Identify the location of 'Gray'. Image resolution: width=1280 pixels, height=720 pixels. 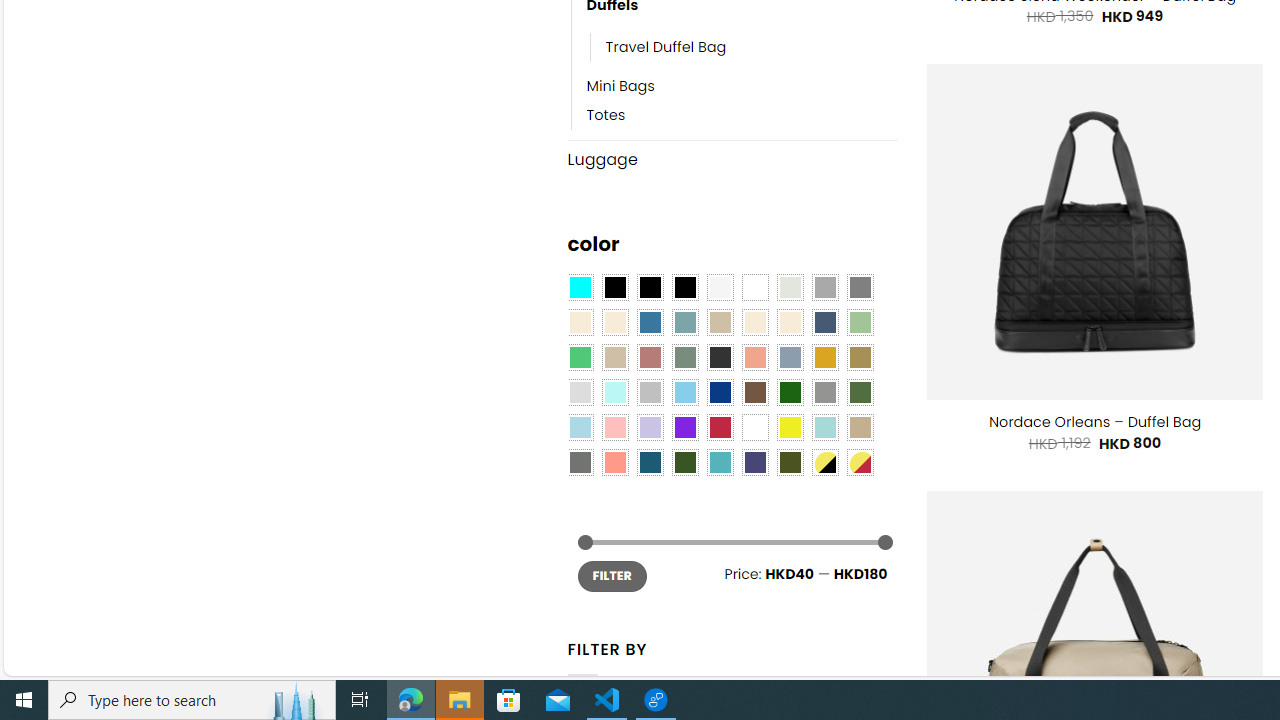
(824, 393).